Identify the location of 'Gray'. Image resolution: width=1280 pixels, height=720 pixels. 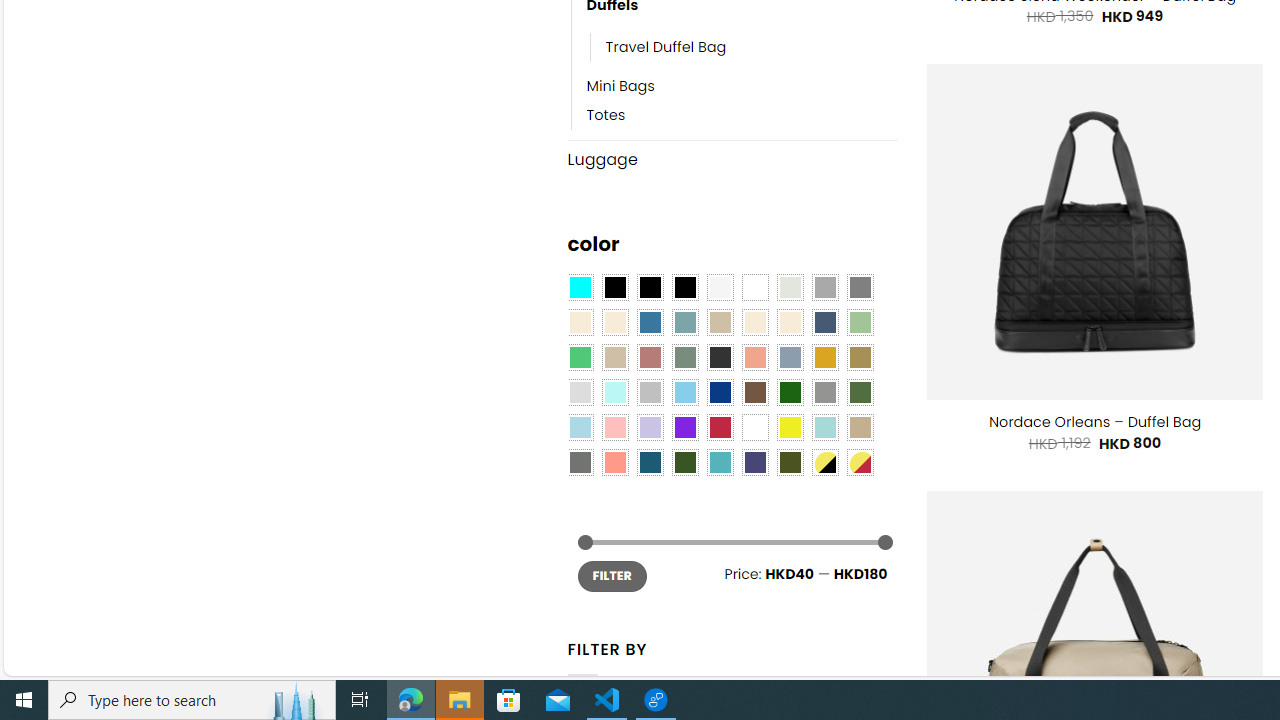
(824, 393).